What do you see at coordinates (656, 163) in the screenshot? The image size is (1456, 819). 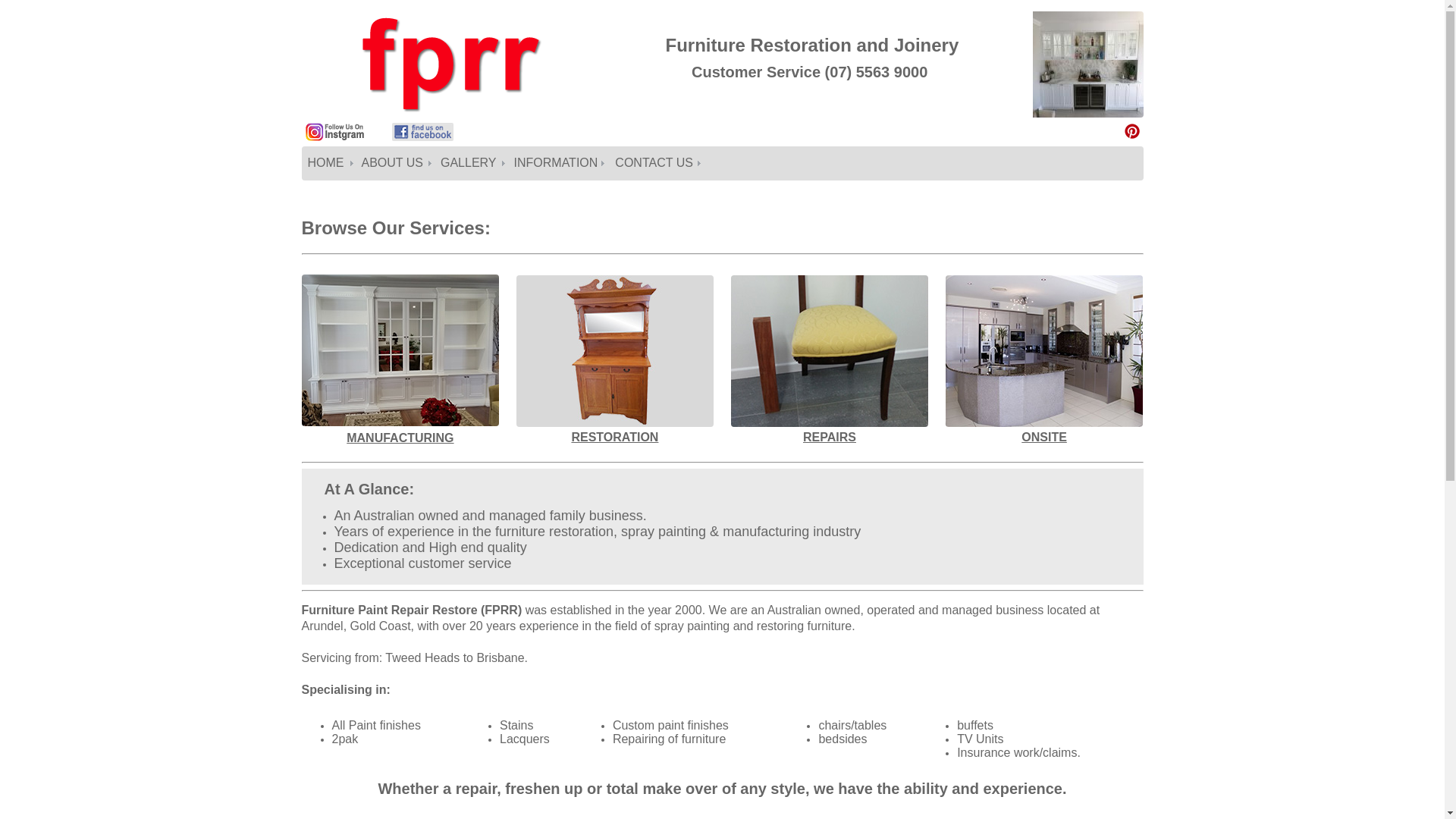 I see `'CONTACT US'` at bounding box center [656, 163].